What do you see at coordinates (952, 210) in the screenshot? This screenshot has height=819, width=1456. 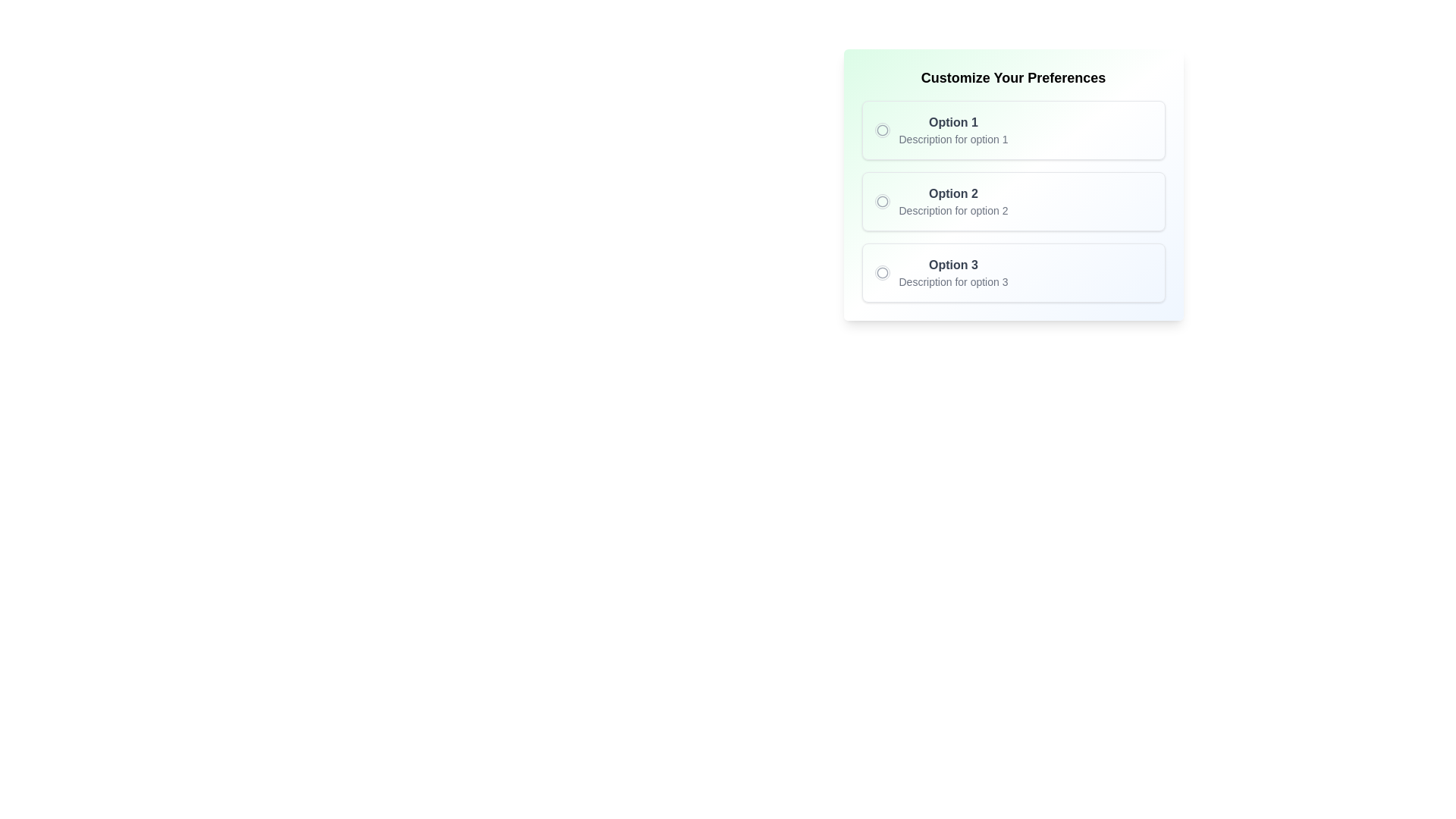 I see `the text label displaying 'Description for option 2', which is styled in gray and located below 'Option 2' in the second option block` at bounding box center [952, 210].